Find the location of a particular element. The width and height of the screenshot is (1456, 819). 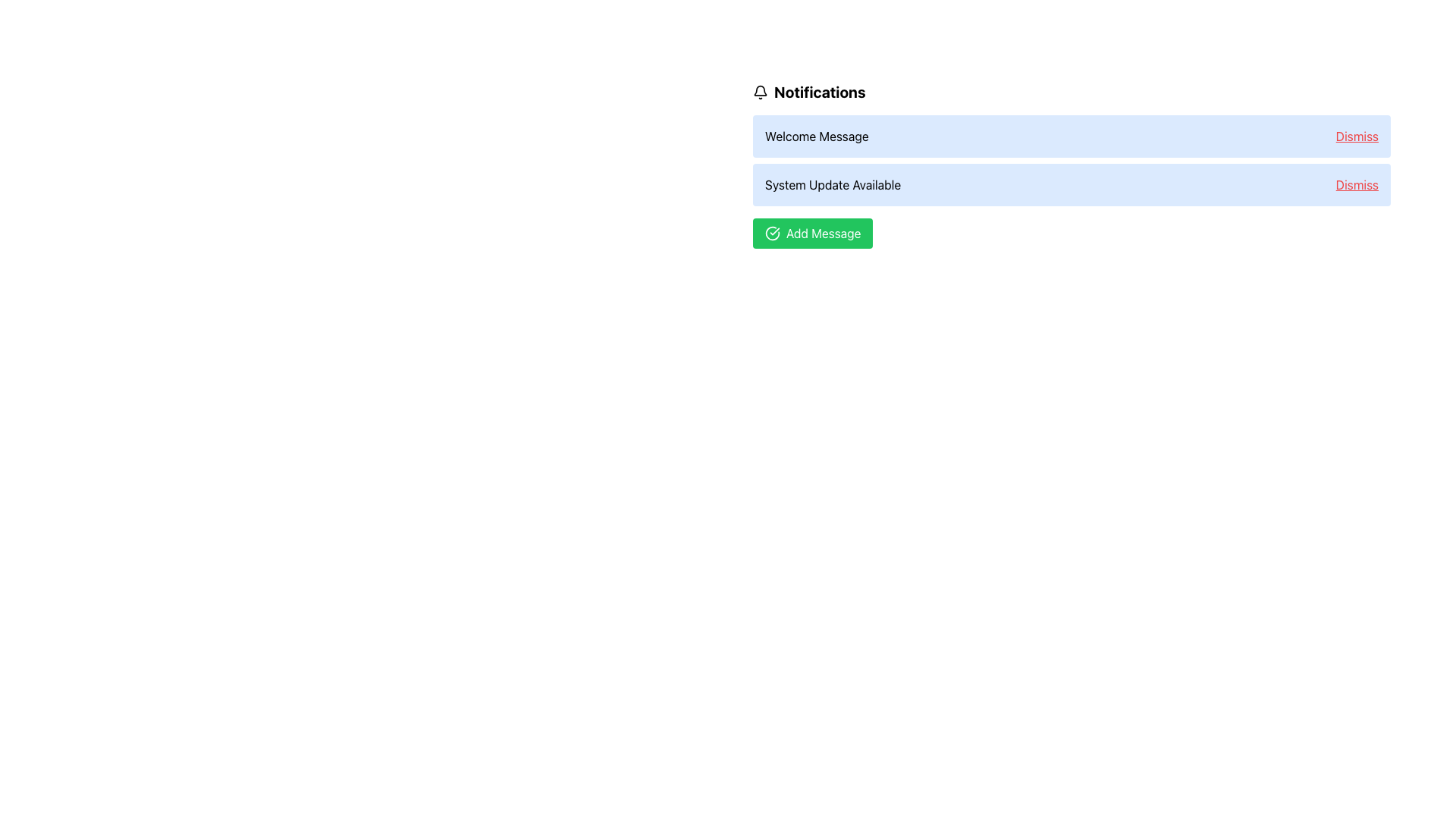

the 'Dismiss' link styled in red color with underlining, located at the far right end of the notification box in the top notification bar is located at coordinates (1357, 136).